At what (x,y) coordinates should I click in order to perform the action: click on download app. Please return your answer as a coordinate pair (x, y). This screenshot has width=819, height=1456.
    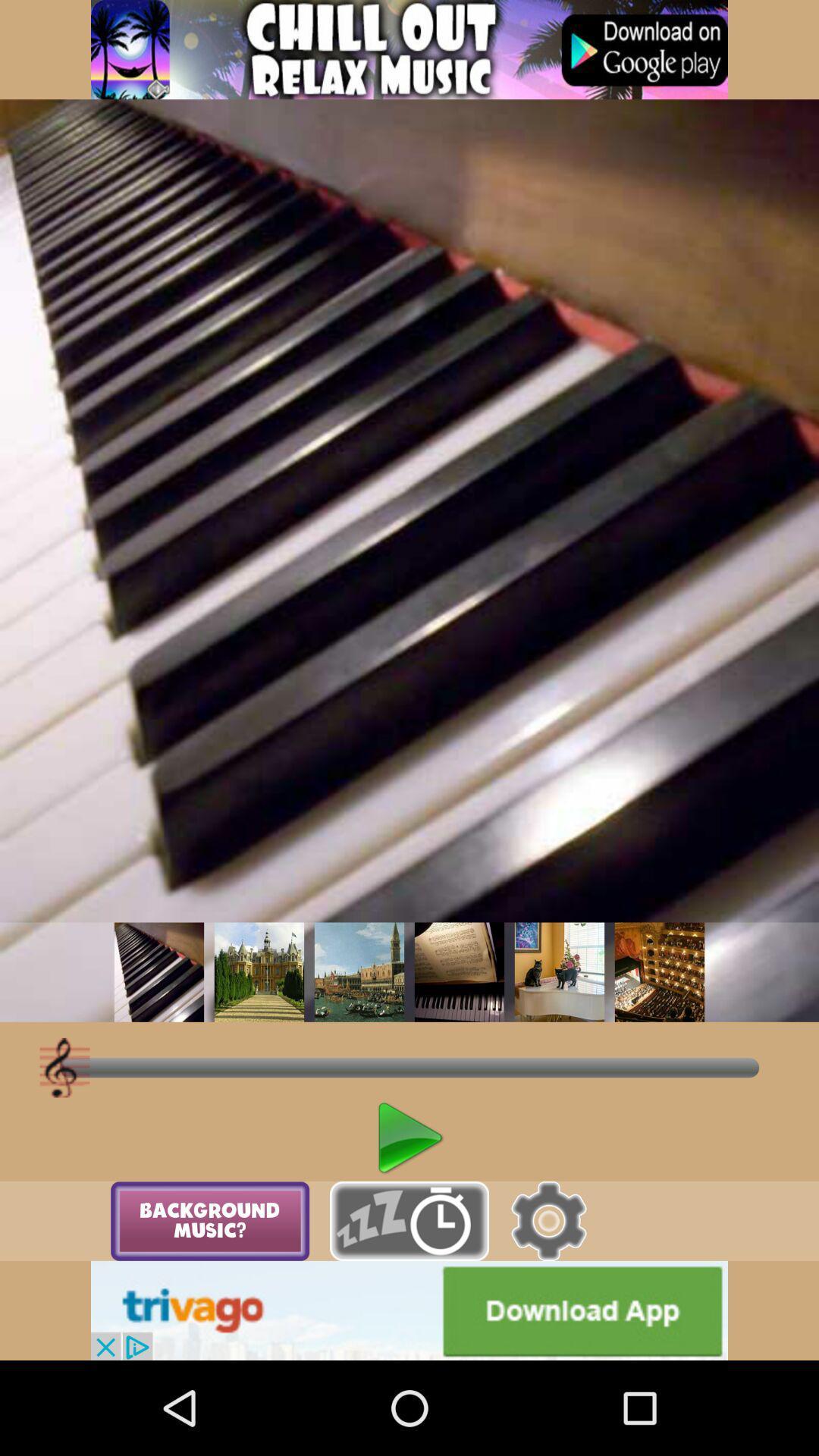
    Looking at the image, I should click on (409, 1310).